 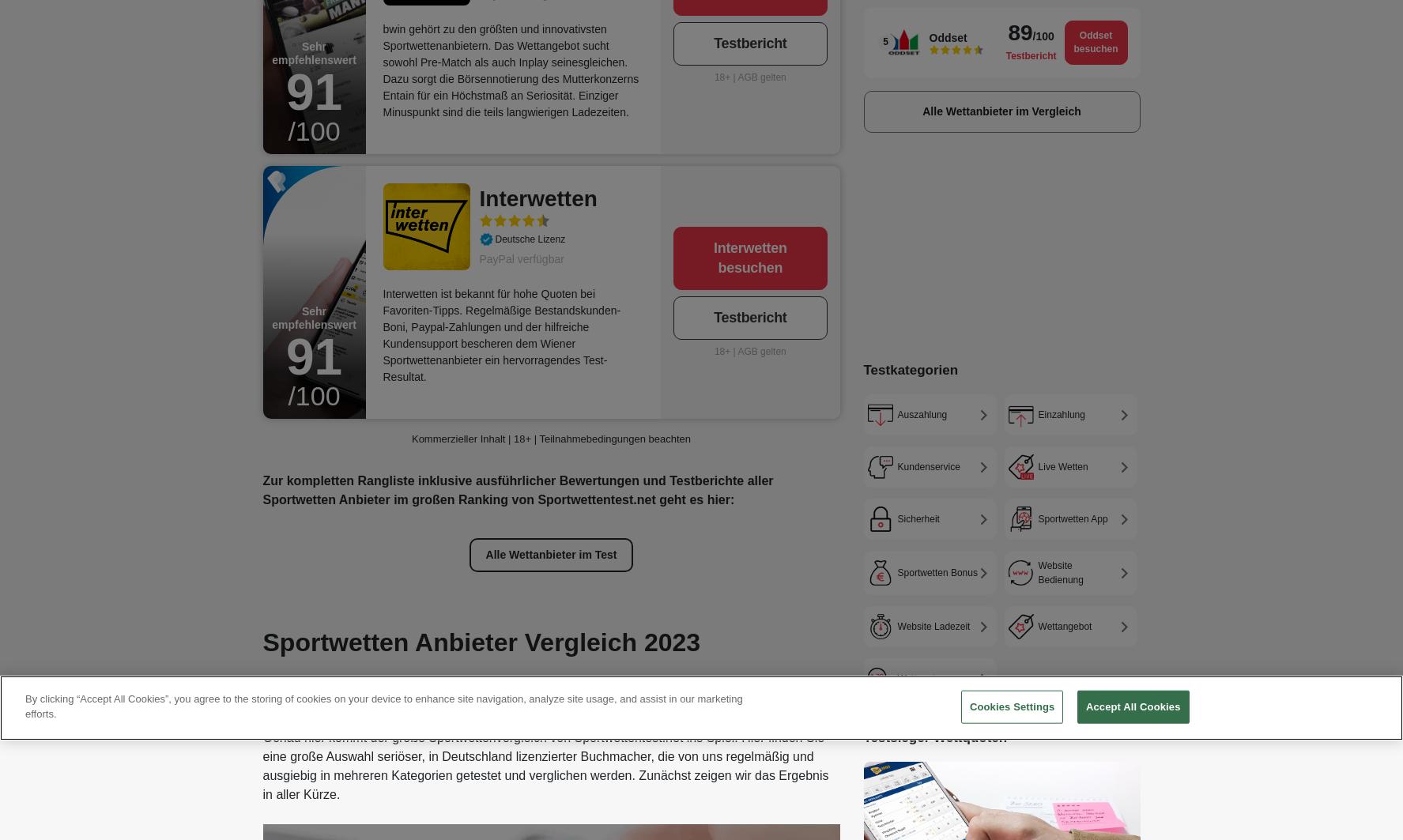 What do you see at coordinates (921, 413) in the screenshot?
I see `'Auszahlung'` at bounding box center [921, 413].